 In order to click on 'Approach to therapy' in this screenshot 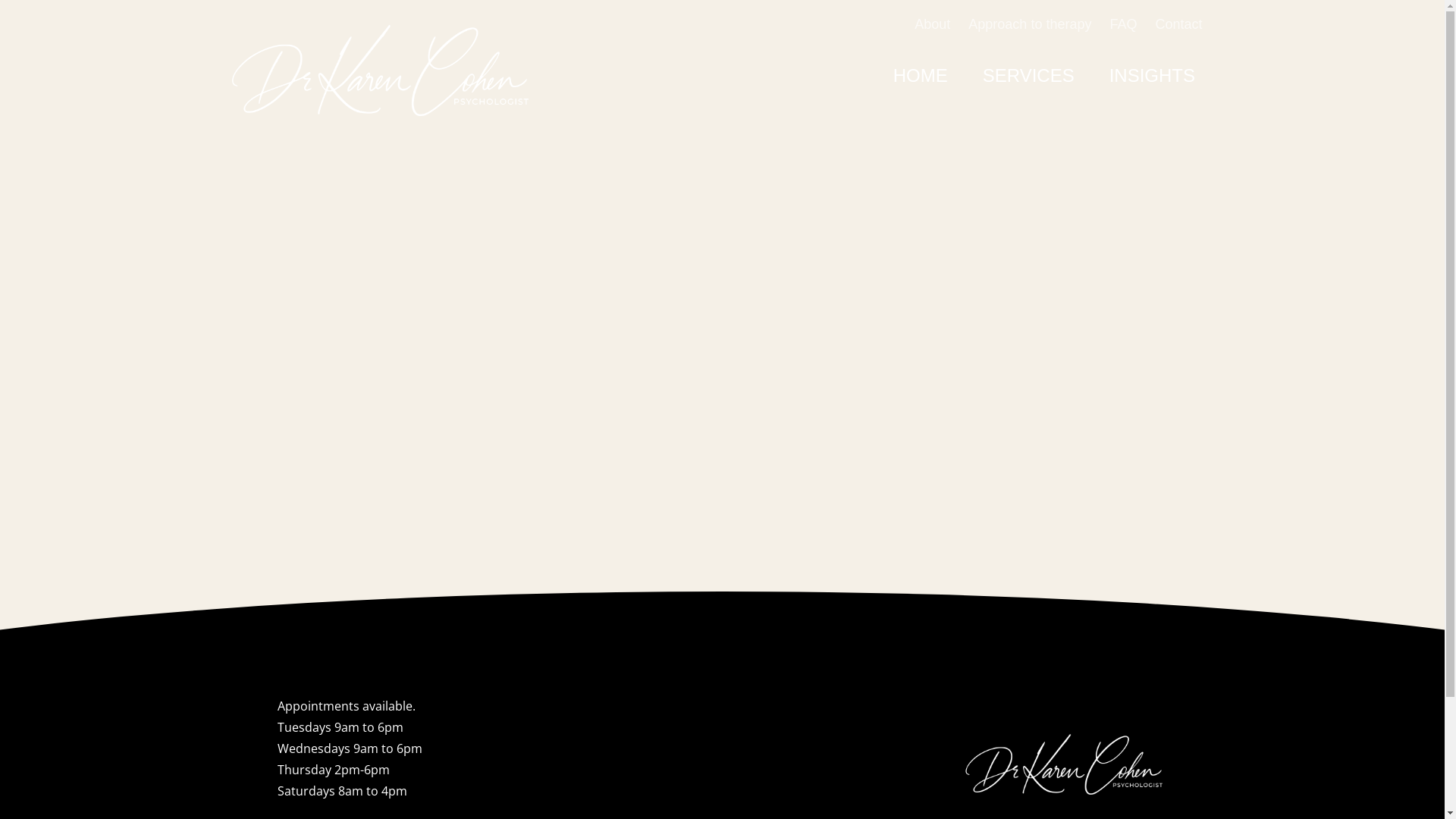, I will do `click(1030, 24)`.